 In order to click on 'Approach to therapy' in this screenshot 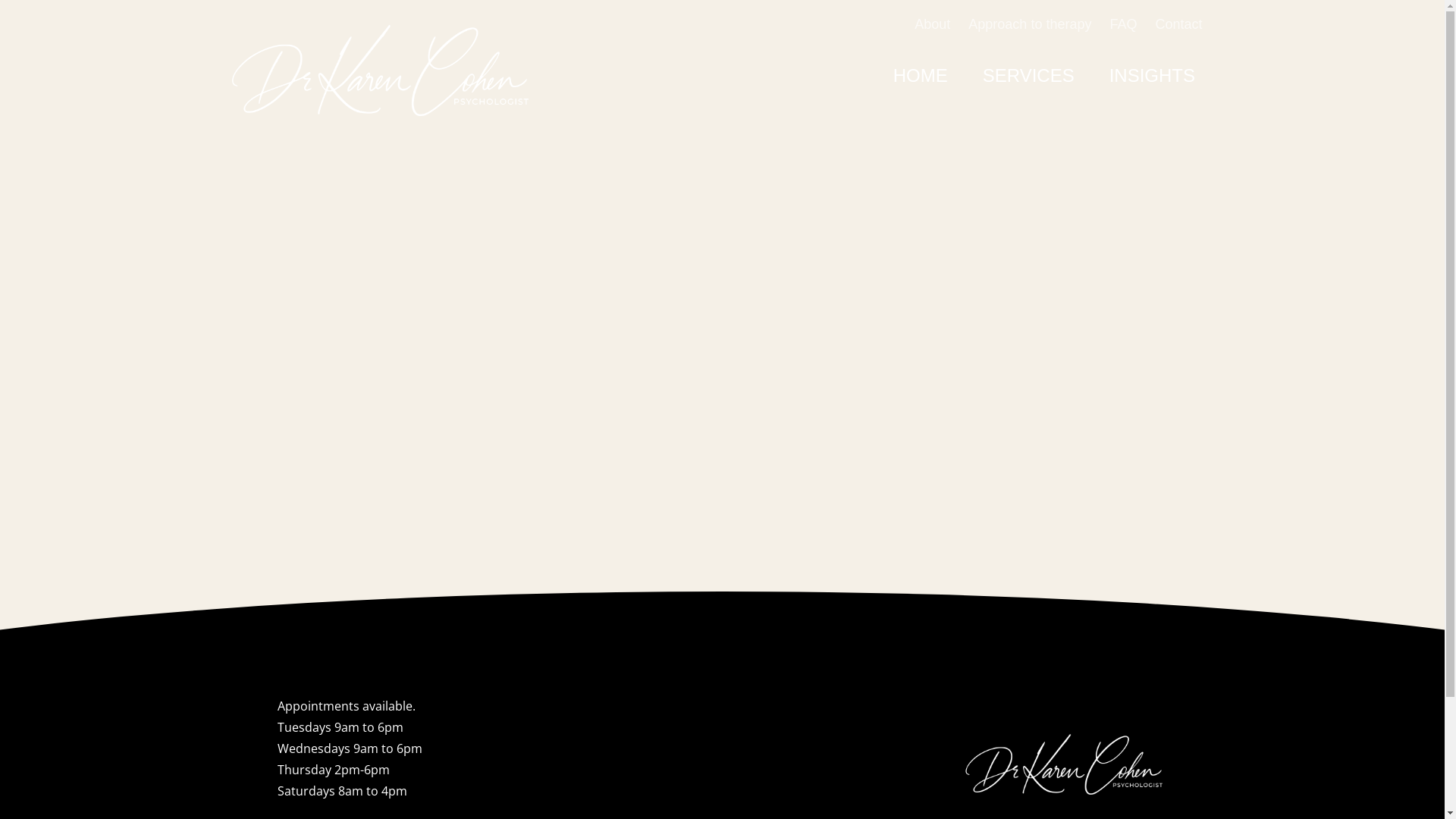, I will do `click(1030, 24)`.